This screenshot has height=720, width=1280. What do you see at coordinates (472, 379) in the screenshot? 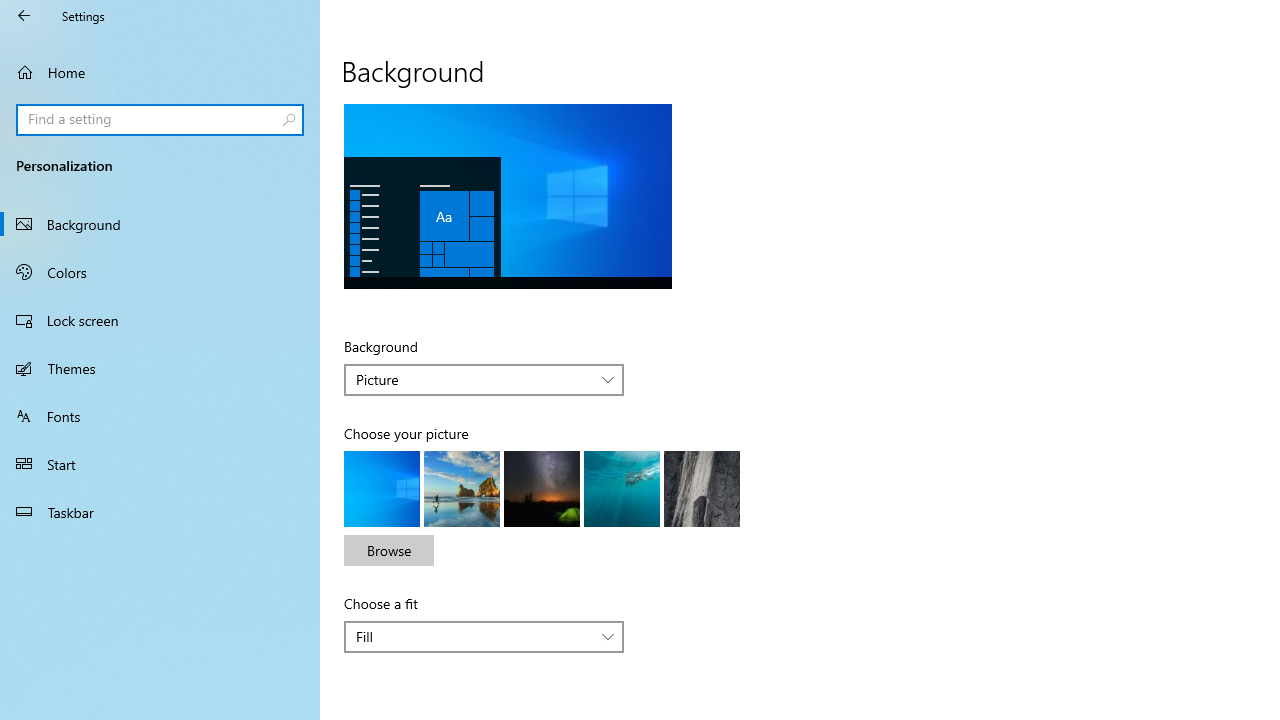
I see `'Picture'` at bounding box center [472, 379].